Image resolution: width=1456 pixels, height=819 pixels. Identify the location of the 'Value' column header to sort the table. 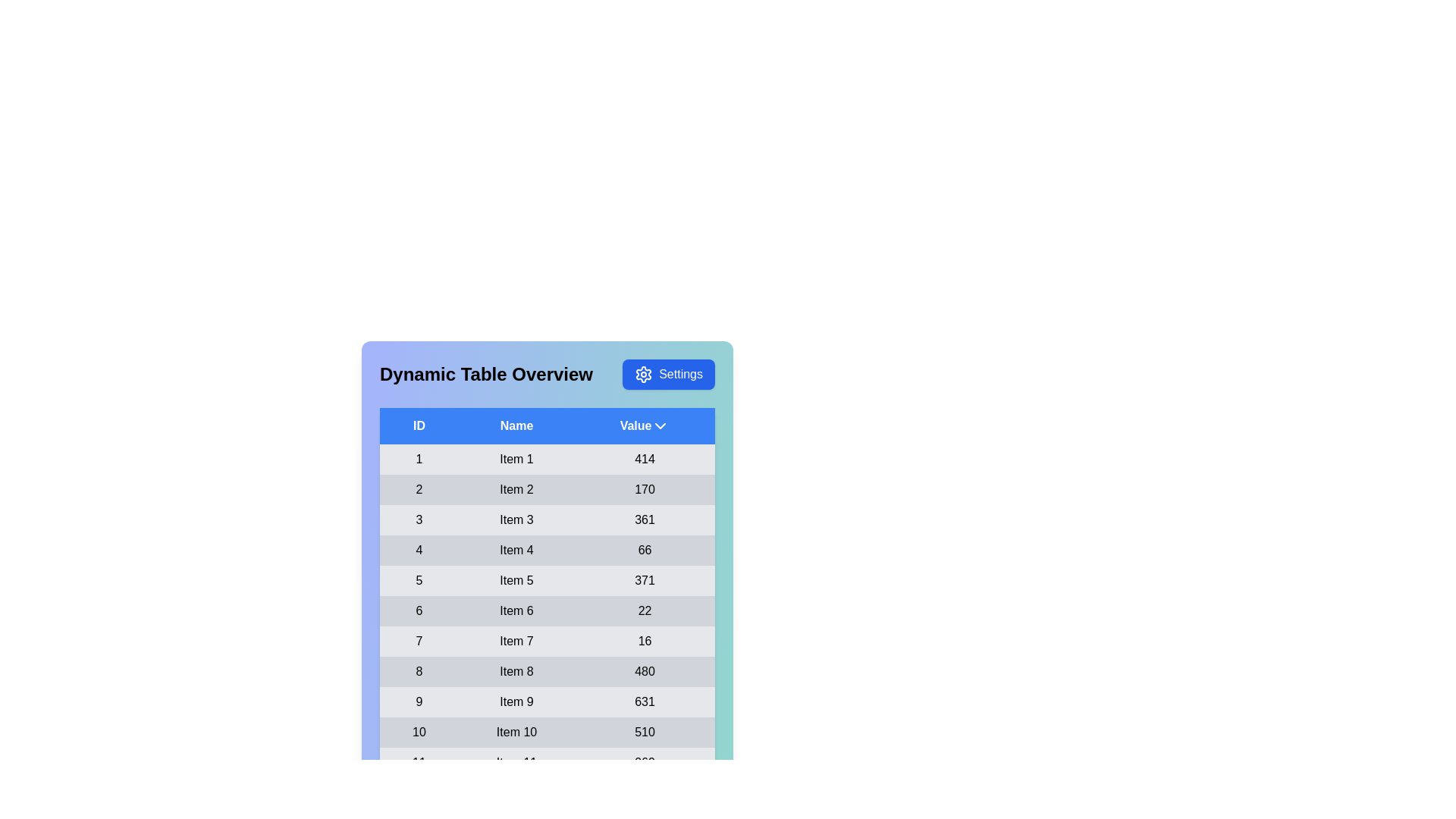
(644, 426).